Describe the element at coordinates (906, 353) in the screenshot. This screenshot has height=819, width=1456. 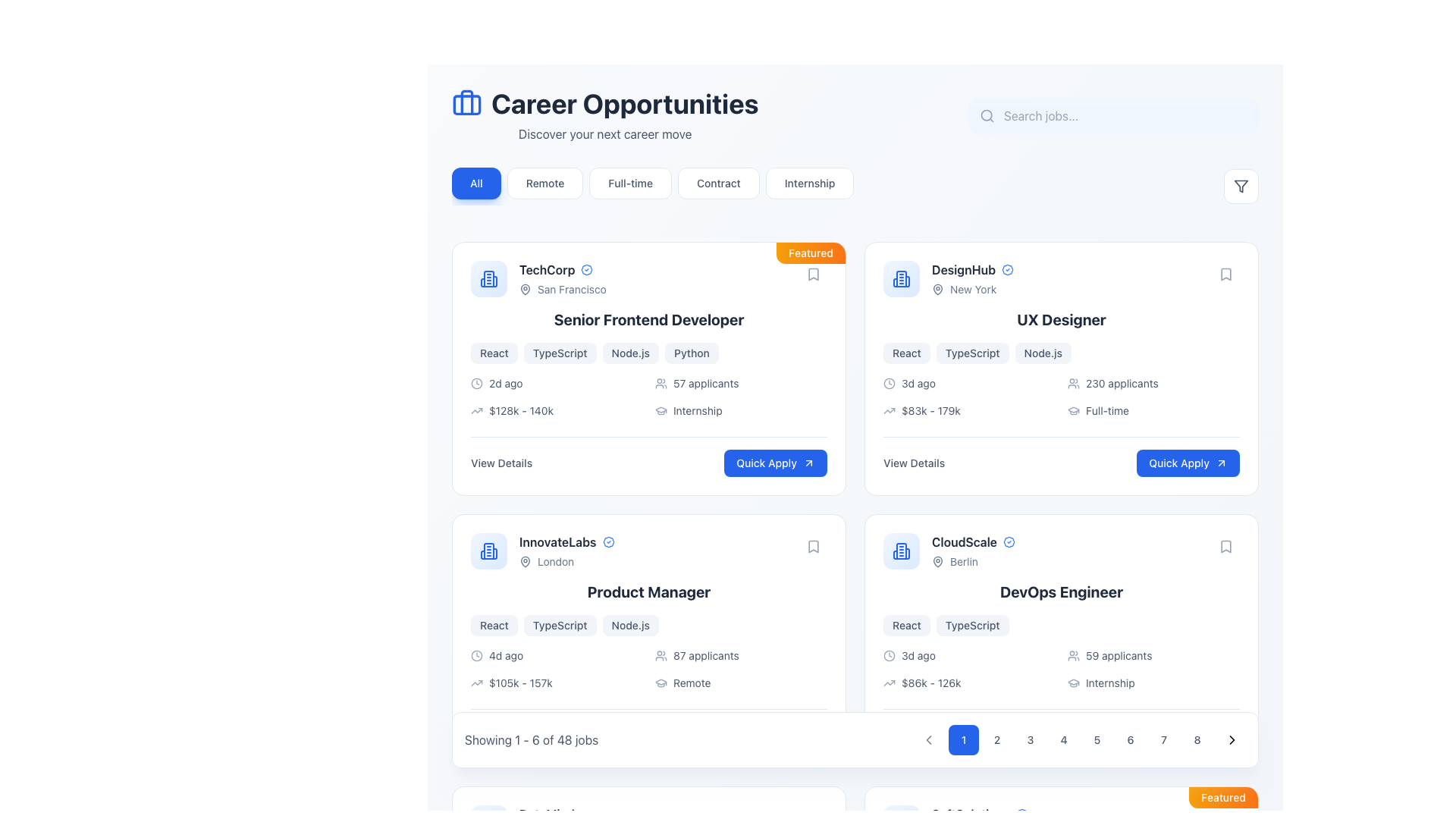
I see `the 'React' label, which is the first tag in the job posting section labeled 'DesignHub - UX Designer'` at that location.